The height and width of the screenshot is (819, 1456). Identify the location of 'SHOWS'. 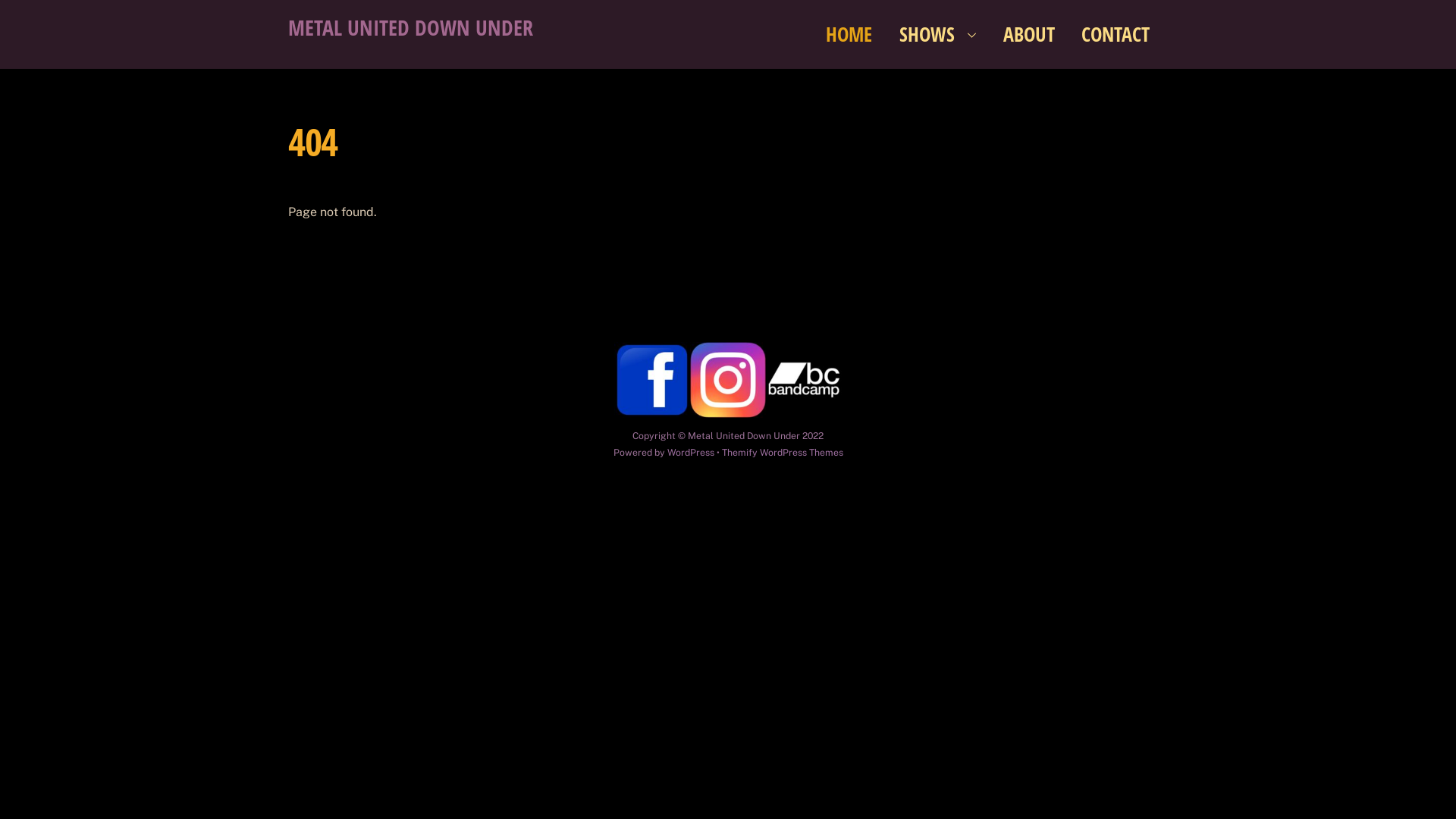
(937, 34).